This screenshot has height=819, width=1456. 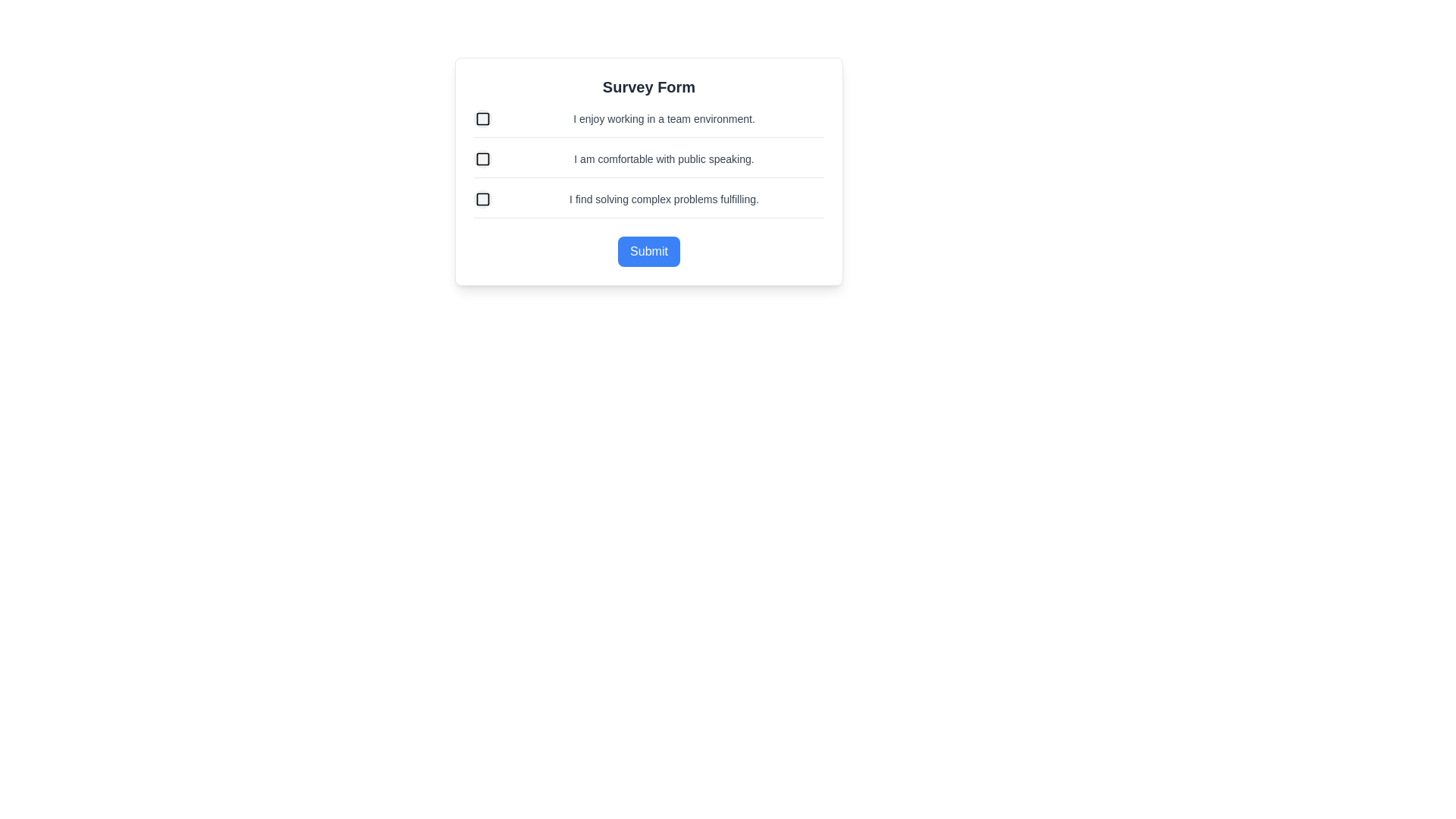 I want to click on the checkbox located next to the text option 'I find solving complex problems fulfilling.' to observe any hover state changes, so click(x=482, y=198).